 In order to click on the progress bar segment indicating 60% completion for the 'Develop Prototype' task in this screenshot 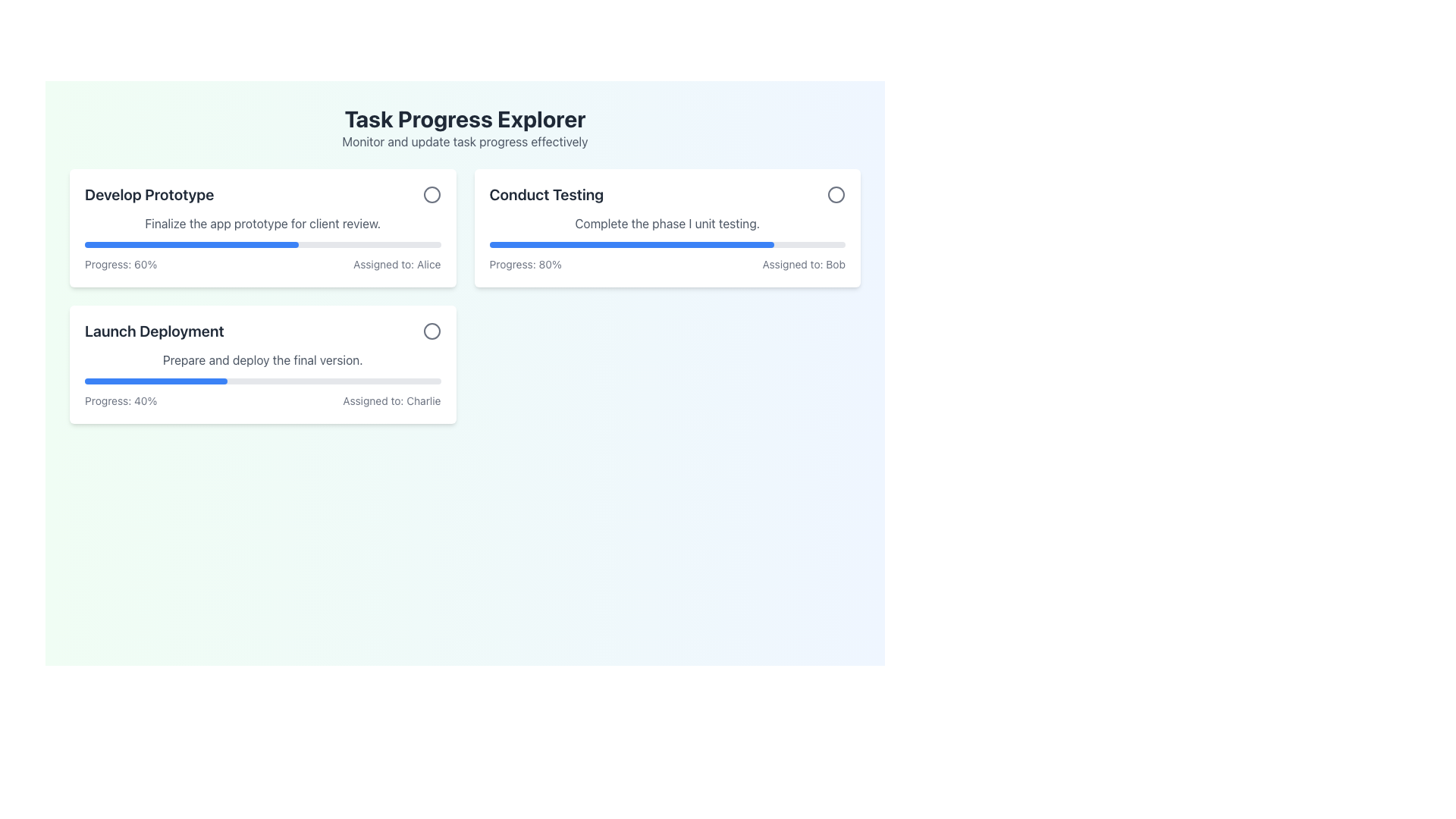, I will do `click(190, 244)`.